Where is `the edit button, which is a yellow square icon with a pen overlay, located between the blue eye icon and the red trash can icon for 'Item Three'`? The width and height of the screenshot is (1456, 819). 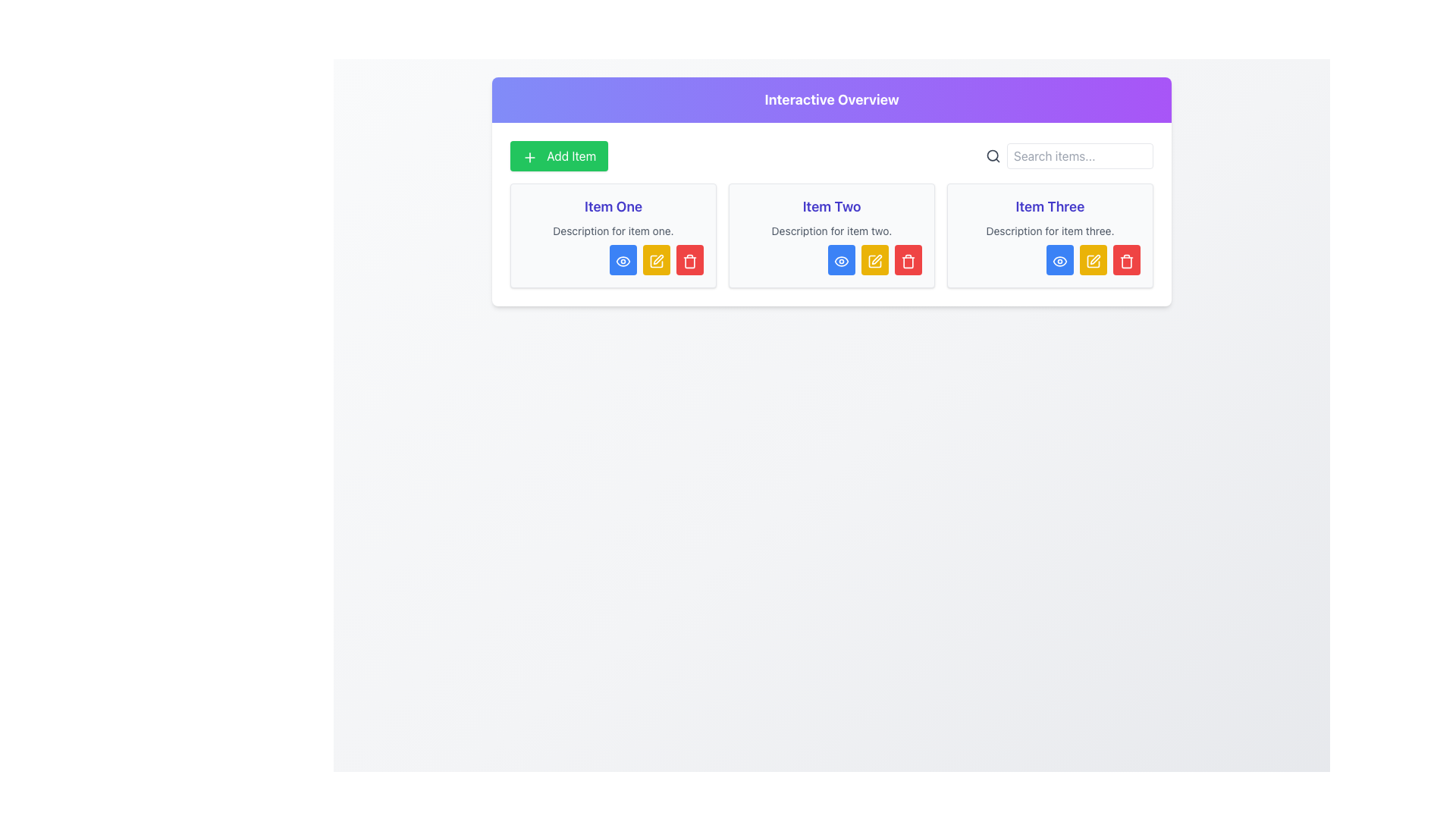 the edit button, which is a yellow square icon with a pen overlay, located between the blue eye icon and the red trash can icon for 'Item Three' is located at coordinates (1093, 259).